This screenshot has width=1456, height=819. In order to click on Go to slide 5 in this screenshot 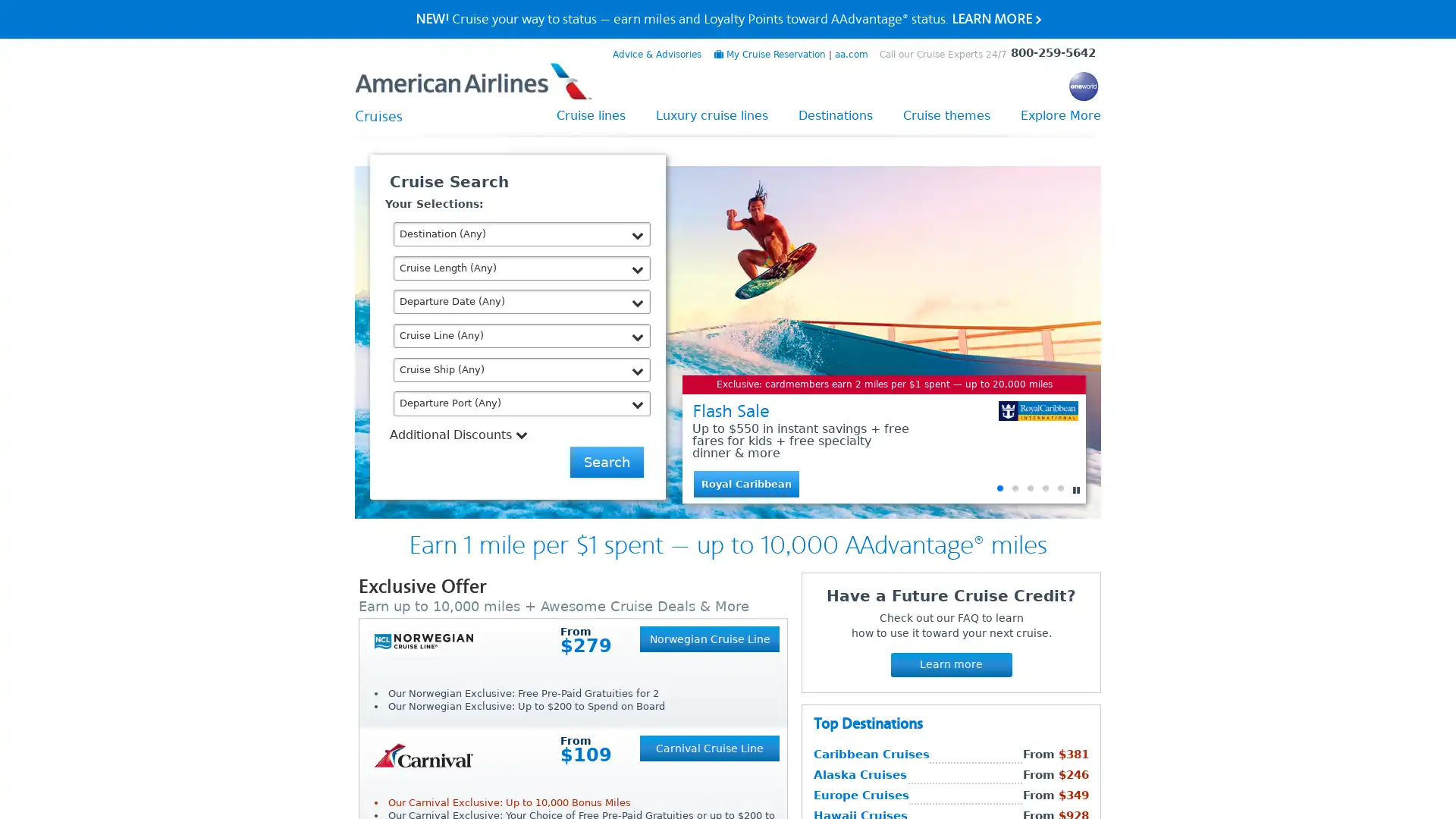, I will do `click(1059, 488)`.